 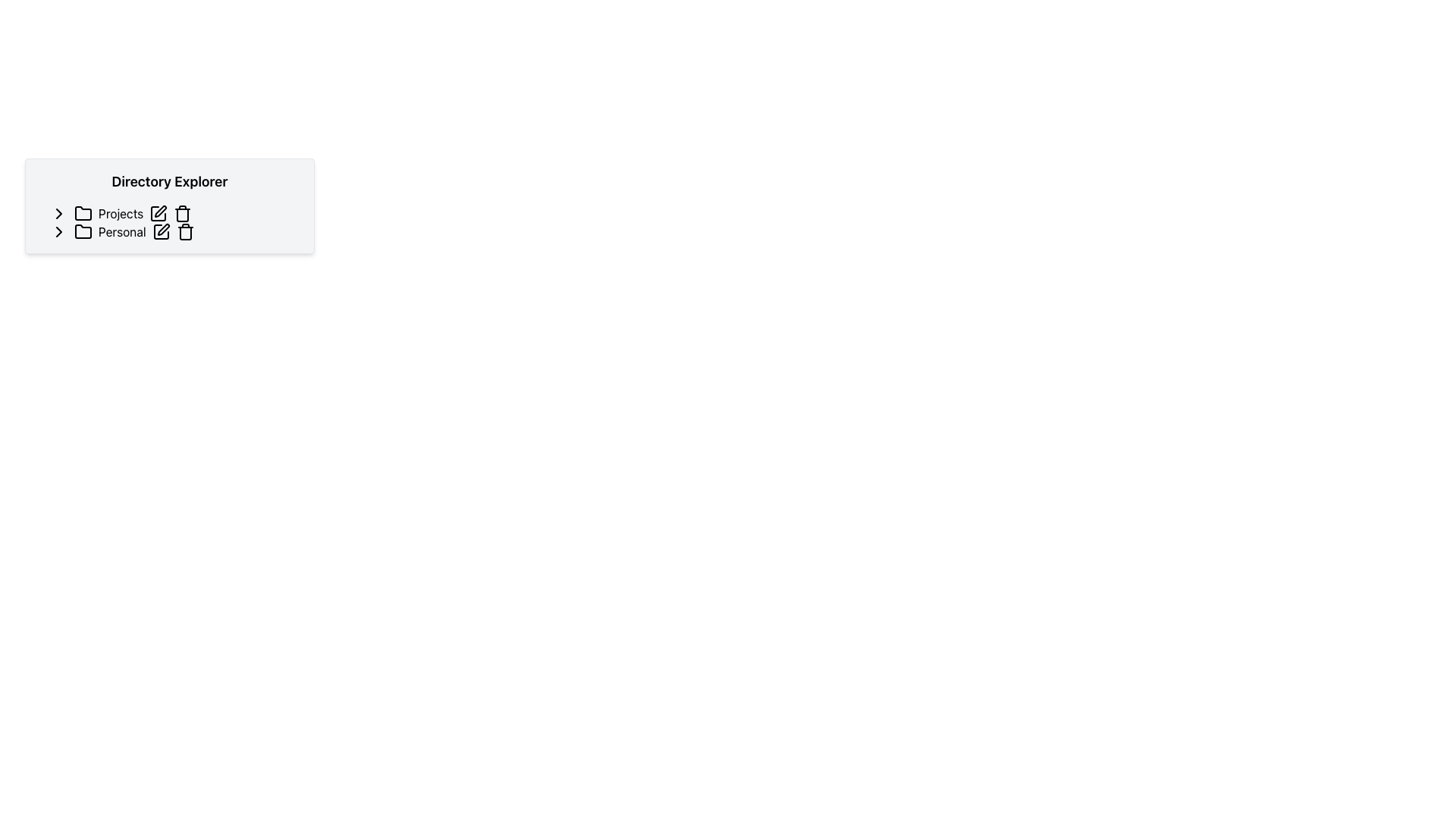 I want to click on on the closed folder icon representing the 'Personal' directory in the Directory Explorer, so click(x=83, y=231).